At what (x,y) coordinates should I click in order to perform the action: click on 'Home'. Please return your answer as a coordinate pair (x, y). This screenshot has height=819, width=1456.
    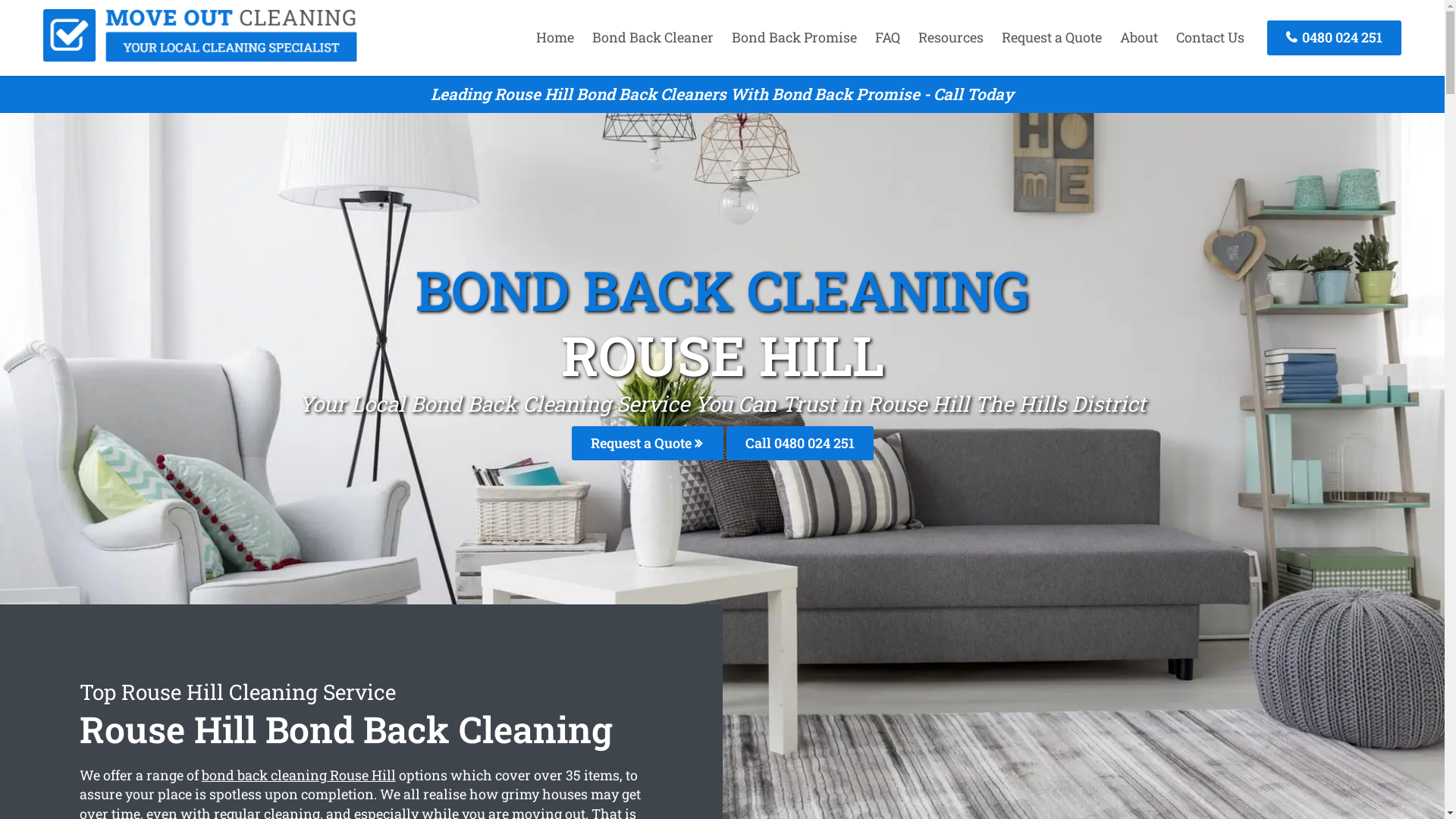
    Looking at the image, I should click on (528, 36).